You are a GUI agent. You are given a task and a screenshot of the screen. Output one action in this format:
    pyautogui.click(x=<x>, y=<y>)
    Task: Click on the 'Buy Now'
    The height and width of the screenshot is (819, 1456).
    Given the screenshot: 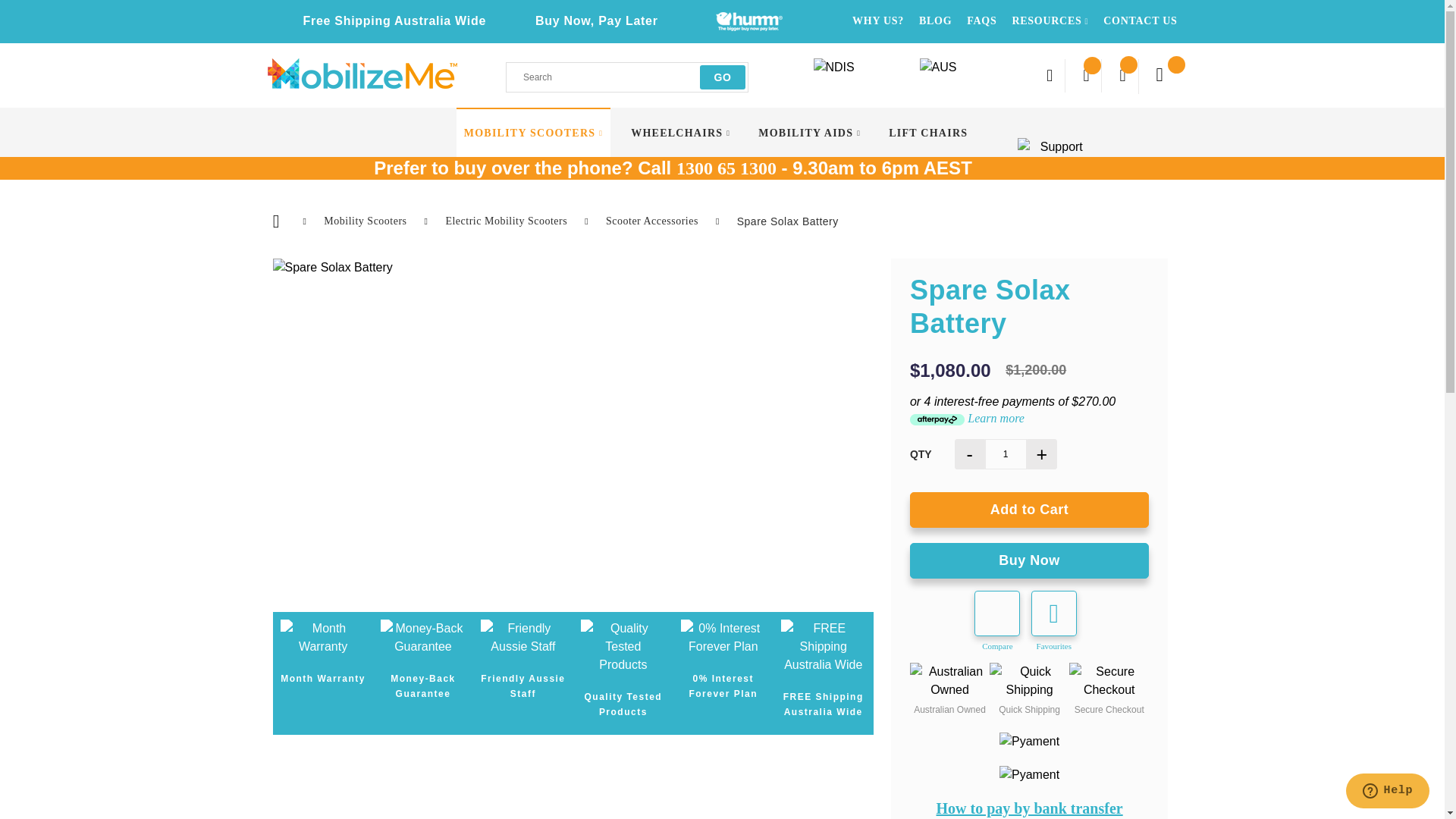 What is the action you would take?
    pyautogui.click(x=1029, y=560)
    